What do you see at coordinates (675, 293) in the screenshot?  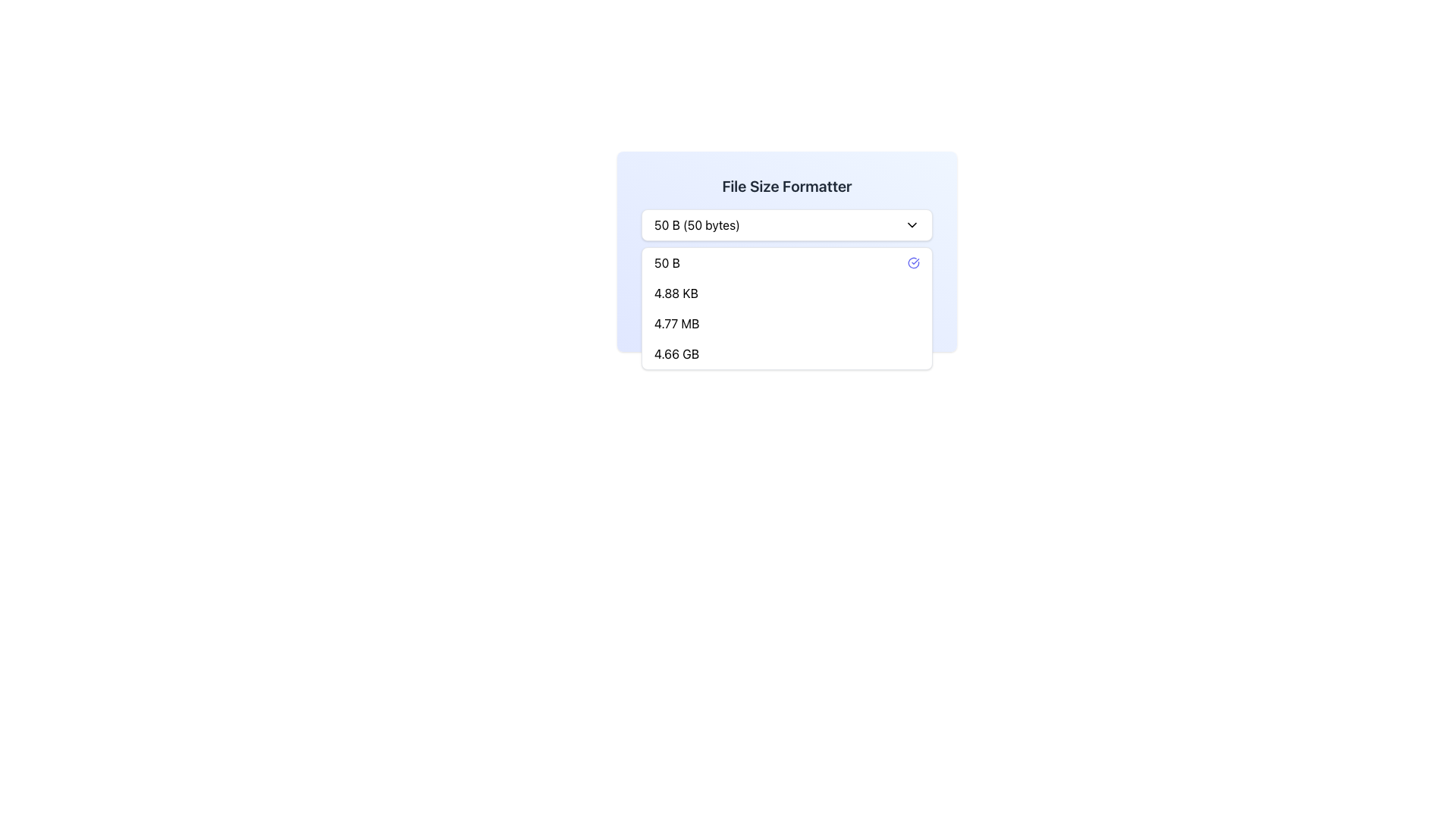 I see `the text label indicating the file size '4.88 KB' in the dropdown menu labeled 'File Size Formatter'` at bounding box center [675, 293].